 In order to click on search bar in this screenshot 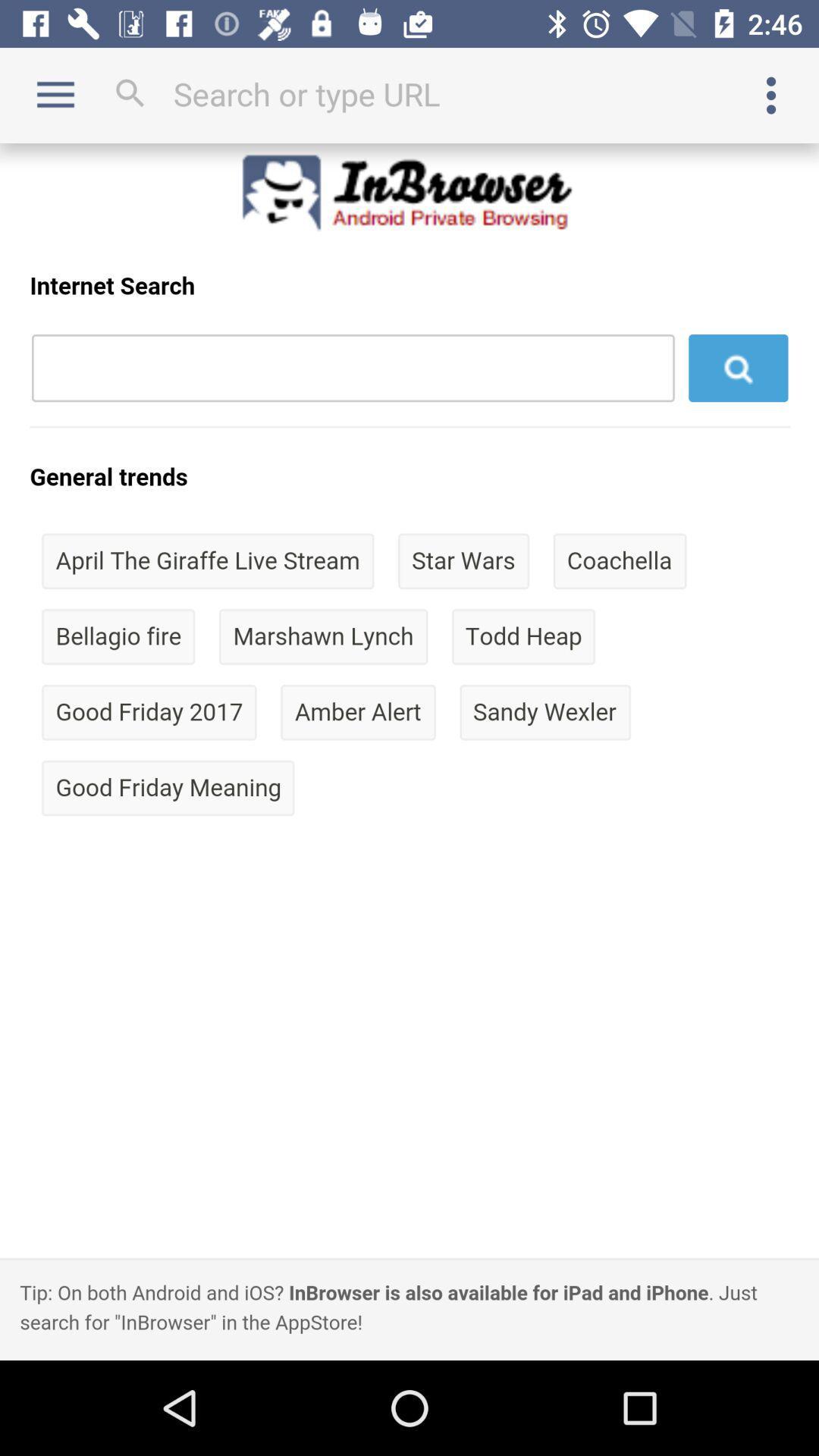, I will do `click(409, 93)`.